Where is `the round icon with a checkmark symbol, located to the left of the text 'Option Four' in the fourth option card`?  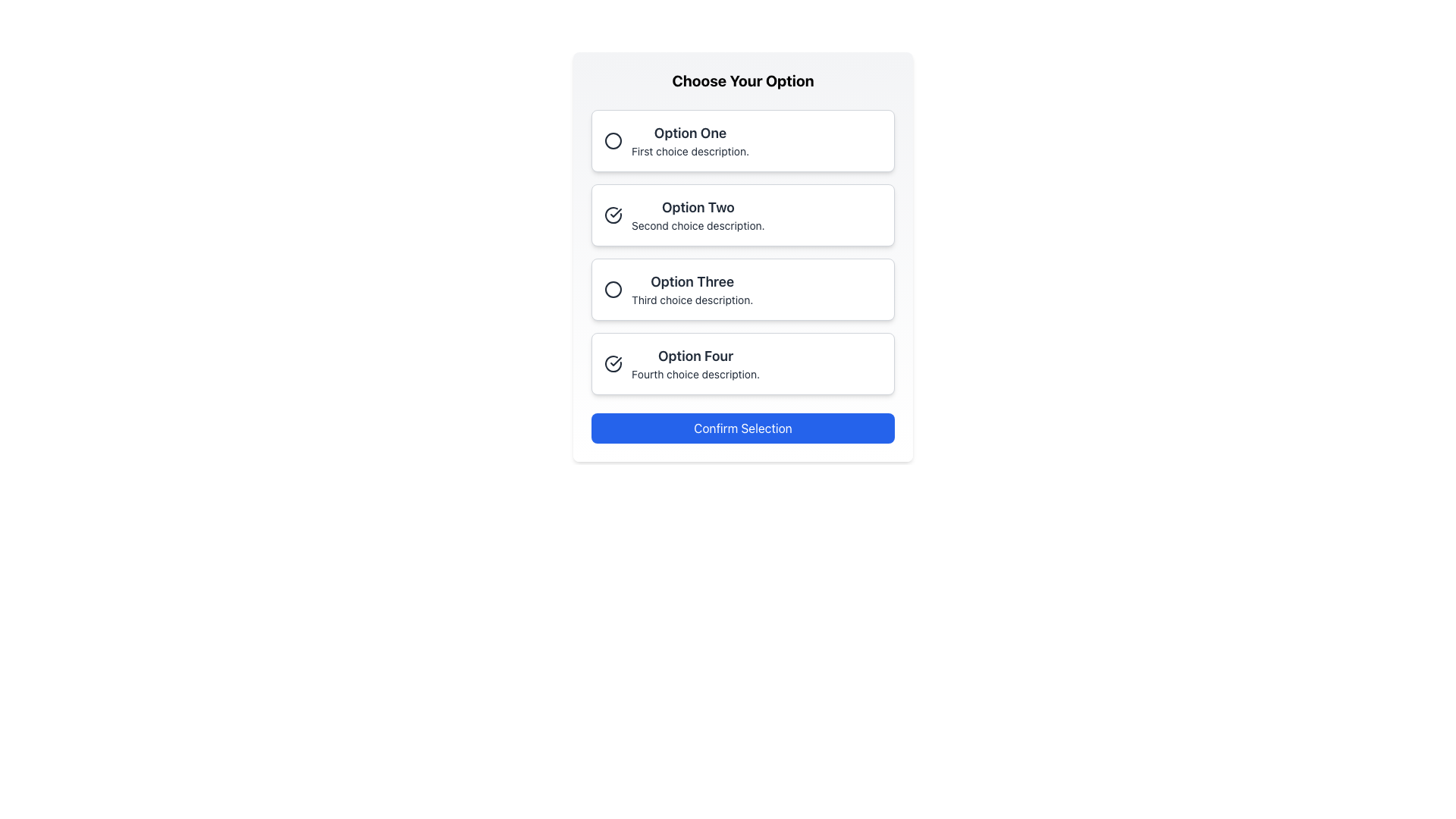
the round icon with a checkmark symbol, located to the left of the text 'Option Four' in the fourth option card is located at coordinates (613, 363).